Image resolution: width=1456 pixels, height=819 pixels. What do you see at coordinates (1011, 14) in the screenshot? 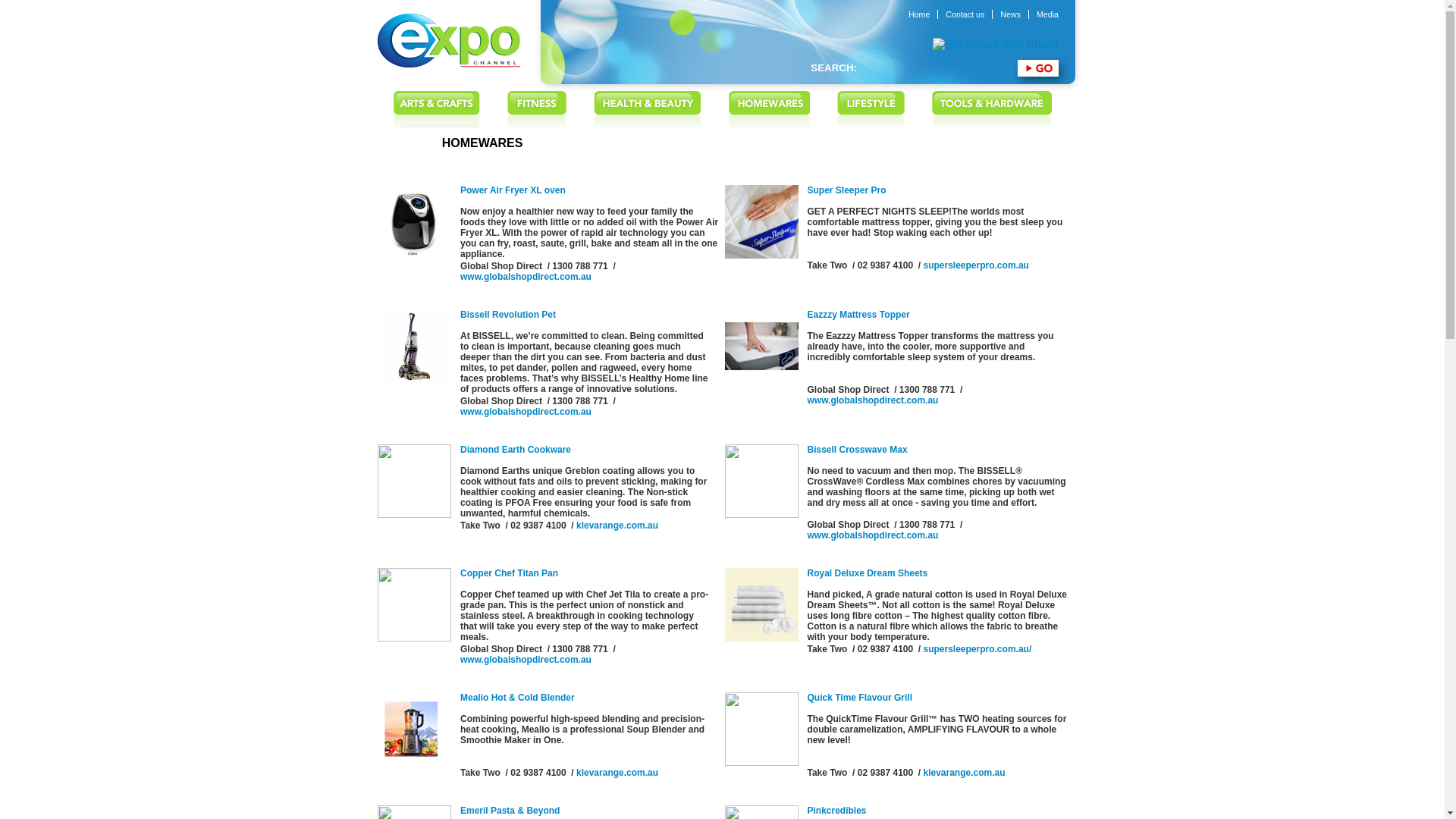
I see `'News'` at bounding box center [1011, 14].